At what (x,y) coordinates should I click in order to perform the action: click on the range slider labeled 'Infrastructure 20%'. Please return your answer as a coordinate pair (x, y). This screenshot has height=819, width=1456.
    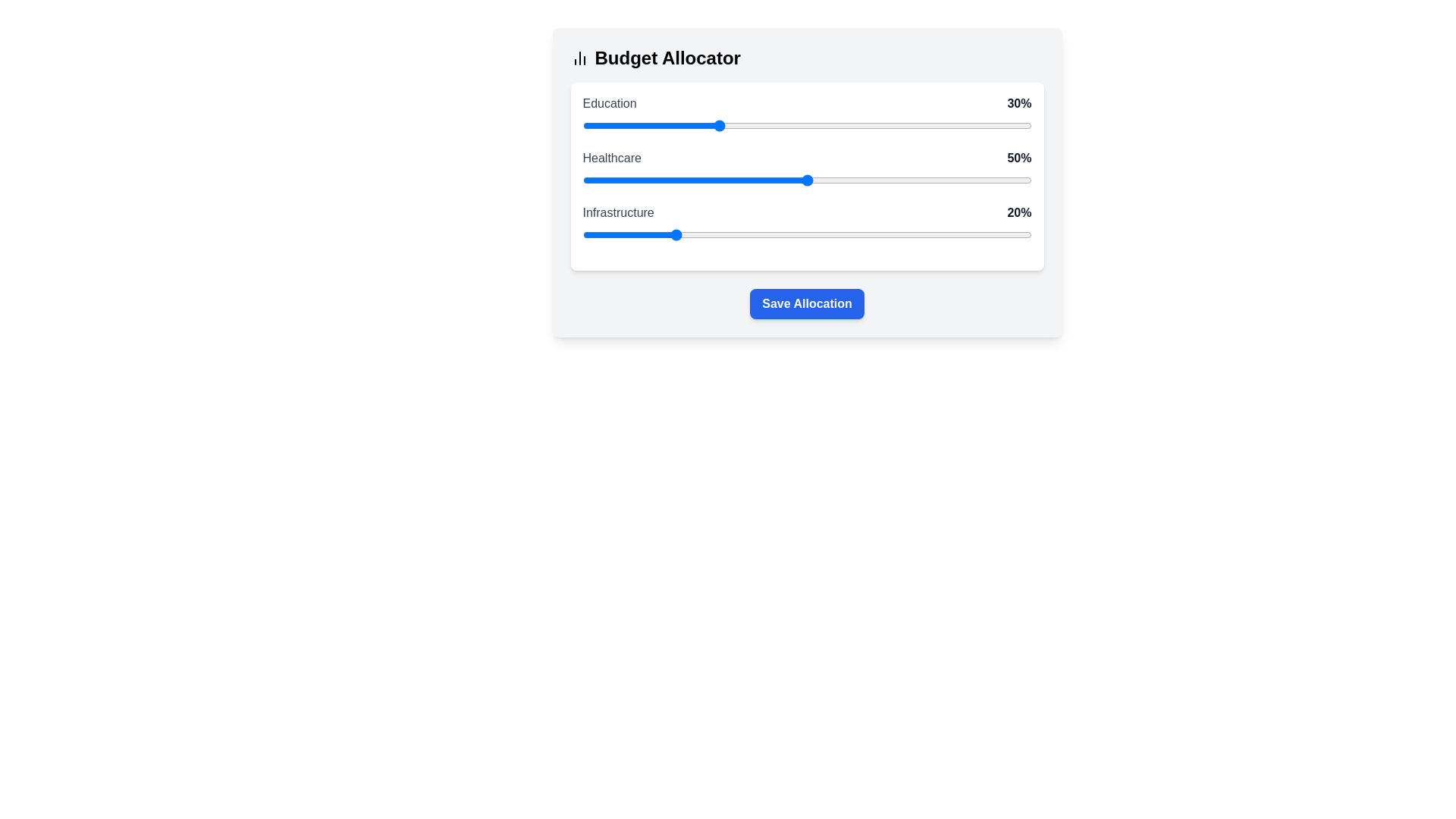
    Looking at the image, I should click on (806, 234).